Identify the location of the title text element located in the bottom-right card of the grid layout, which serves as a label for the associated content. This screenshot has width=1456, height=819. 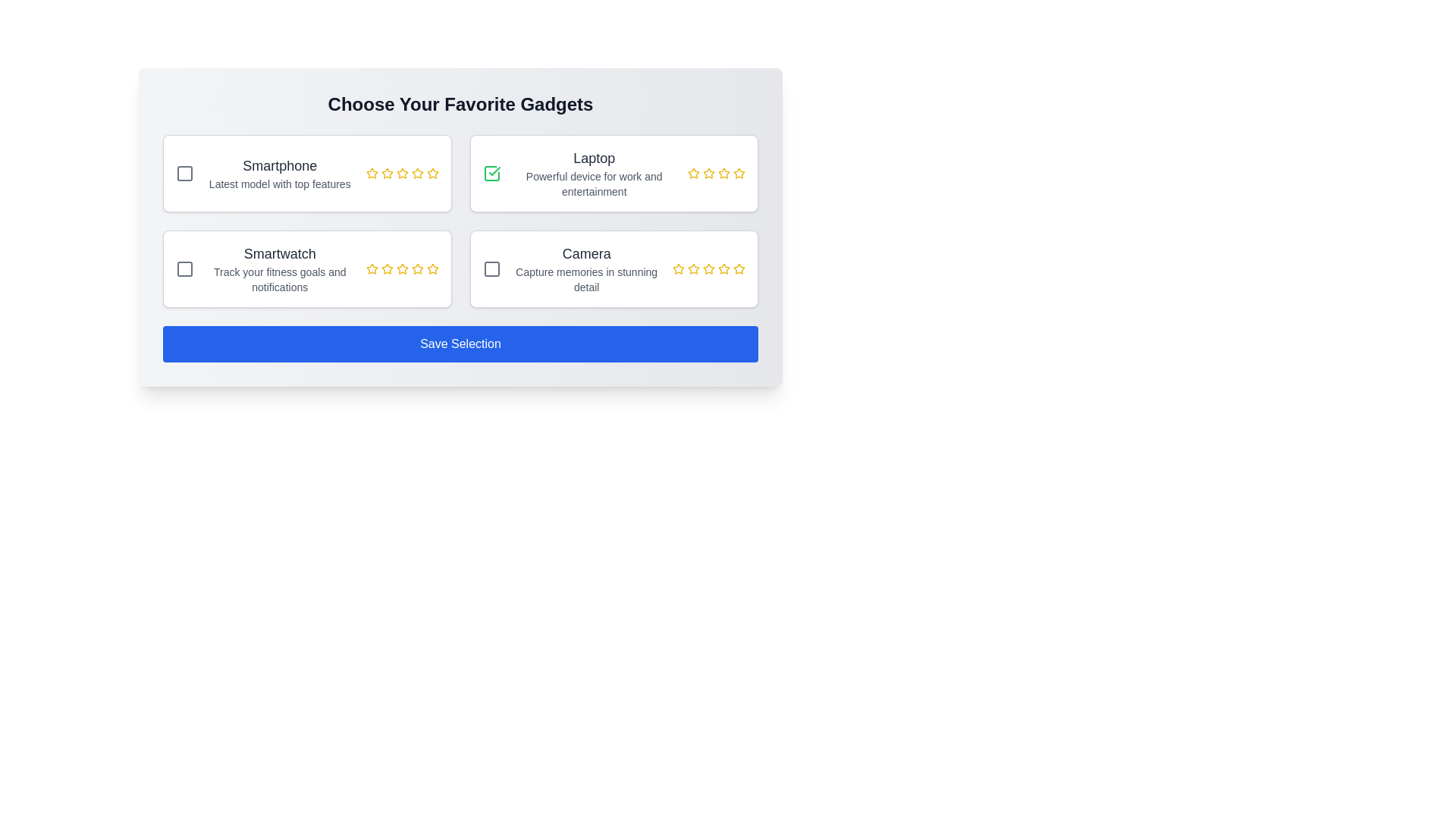
(585, 253).